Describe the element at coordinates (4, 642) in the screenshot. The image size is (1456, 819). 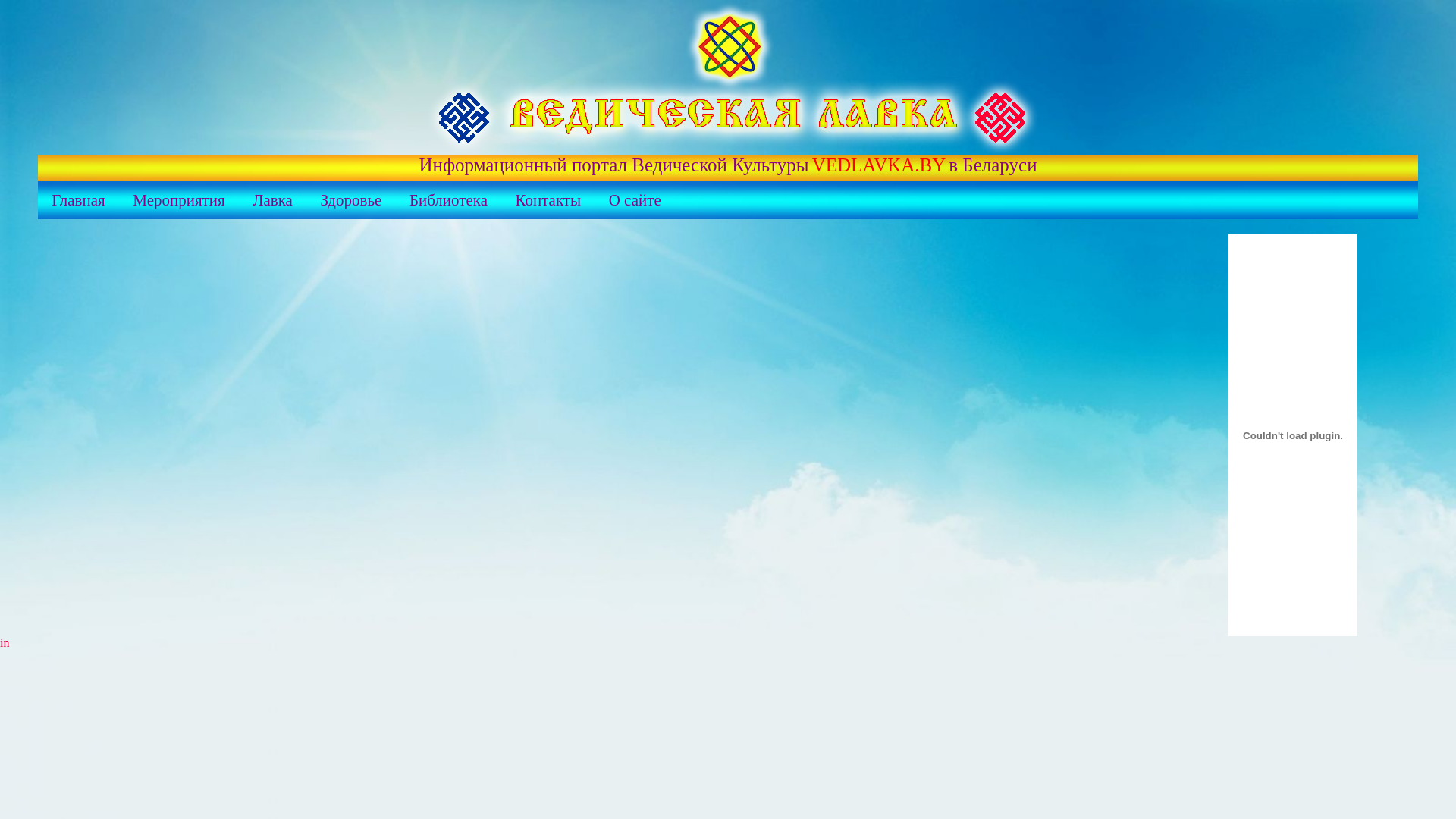
I see `'in'` at that location.